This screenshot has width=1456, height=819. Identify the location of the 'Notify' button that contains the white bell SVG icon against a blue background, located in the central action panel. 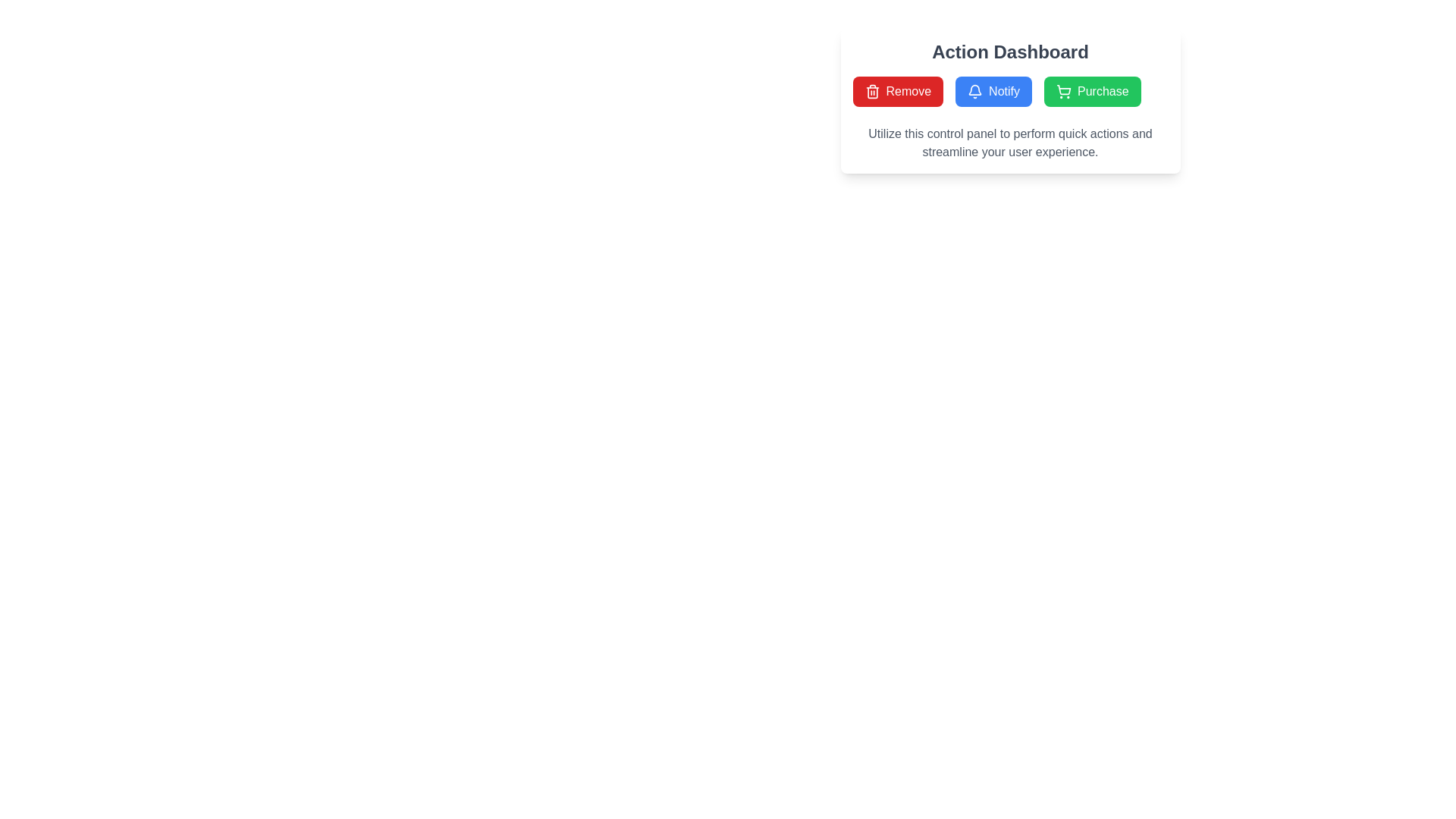
(975, 91).